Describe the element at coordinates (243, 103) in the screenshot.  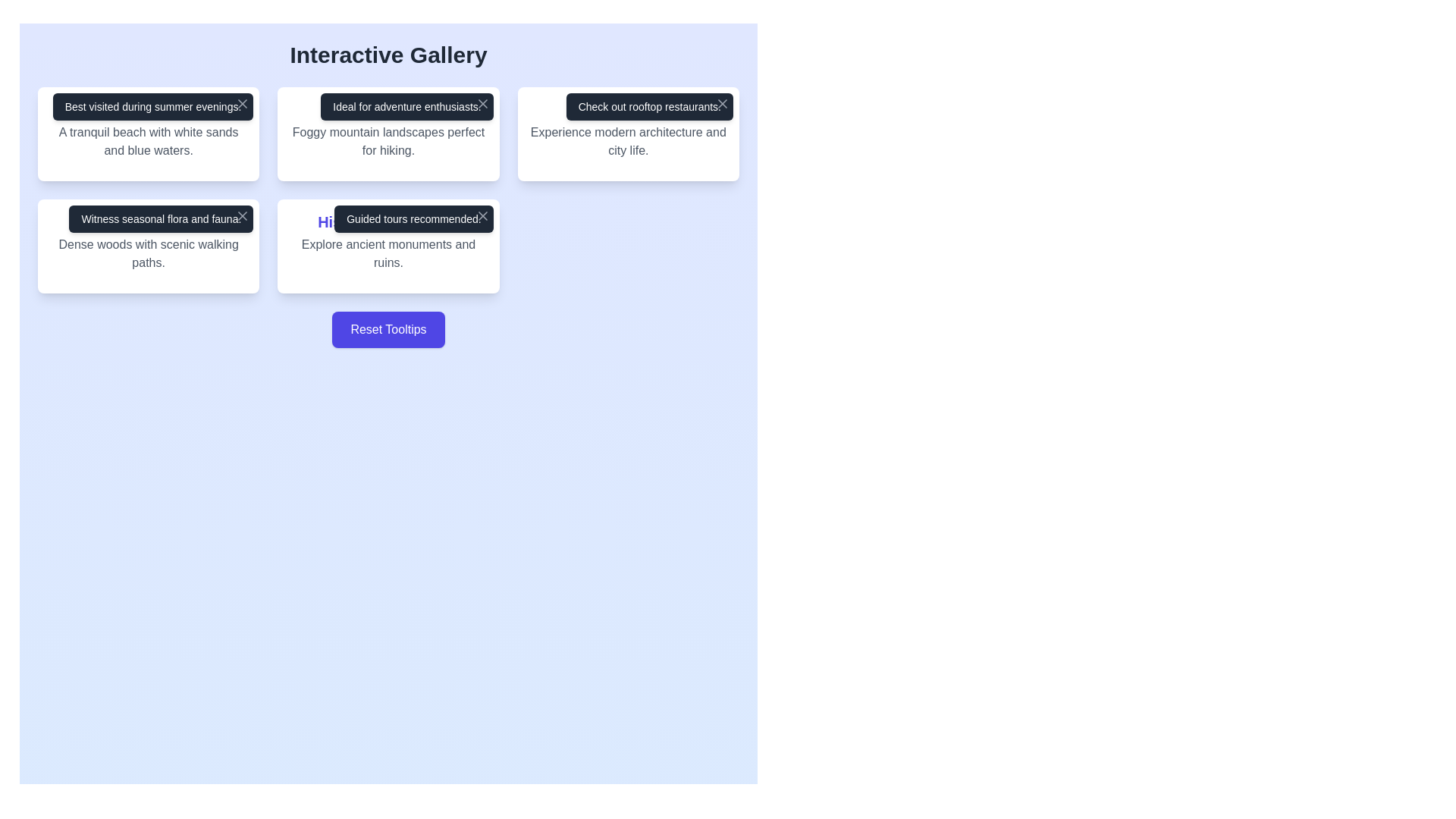
I see `the Close button located at the top-right corner of the tooltip to observe the color change effect` at that location.